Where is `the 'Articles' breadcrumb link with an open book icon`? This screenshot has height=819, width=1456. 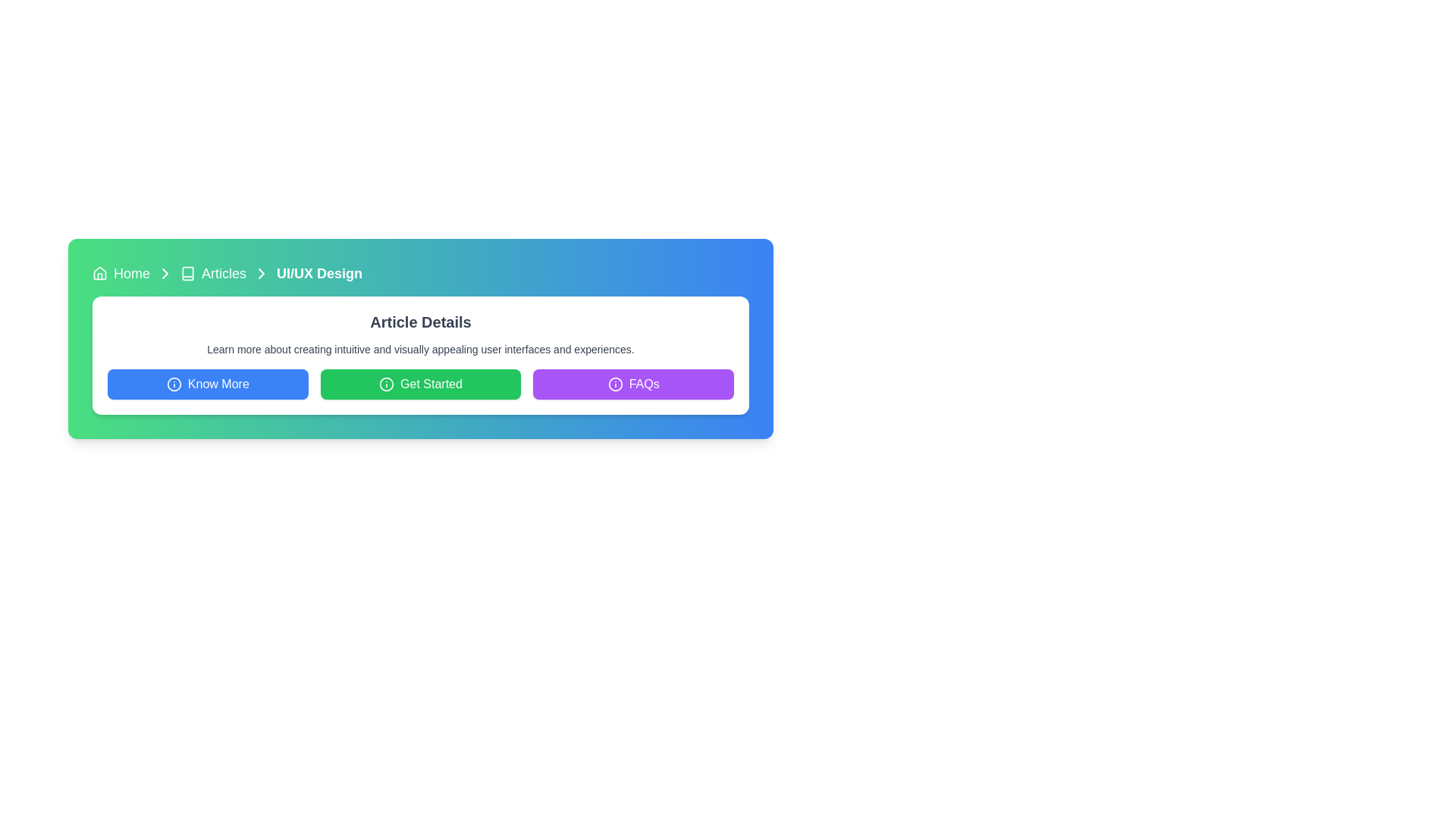 the 'Articles' breadcrumb link with an open book icon is located at coordinates (212, 274).